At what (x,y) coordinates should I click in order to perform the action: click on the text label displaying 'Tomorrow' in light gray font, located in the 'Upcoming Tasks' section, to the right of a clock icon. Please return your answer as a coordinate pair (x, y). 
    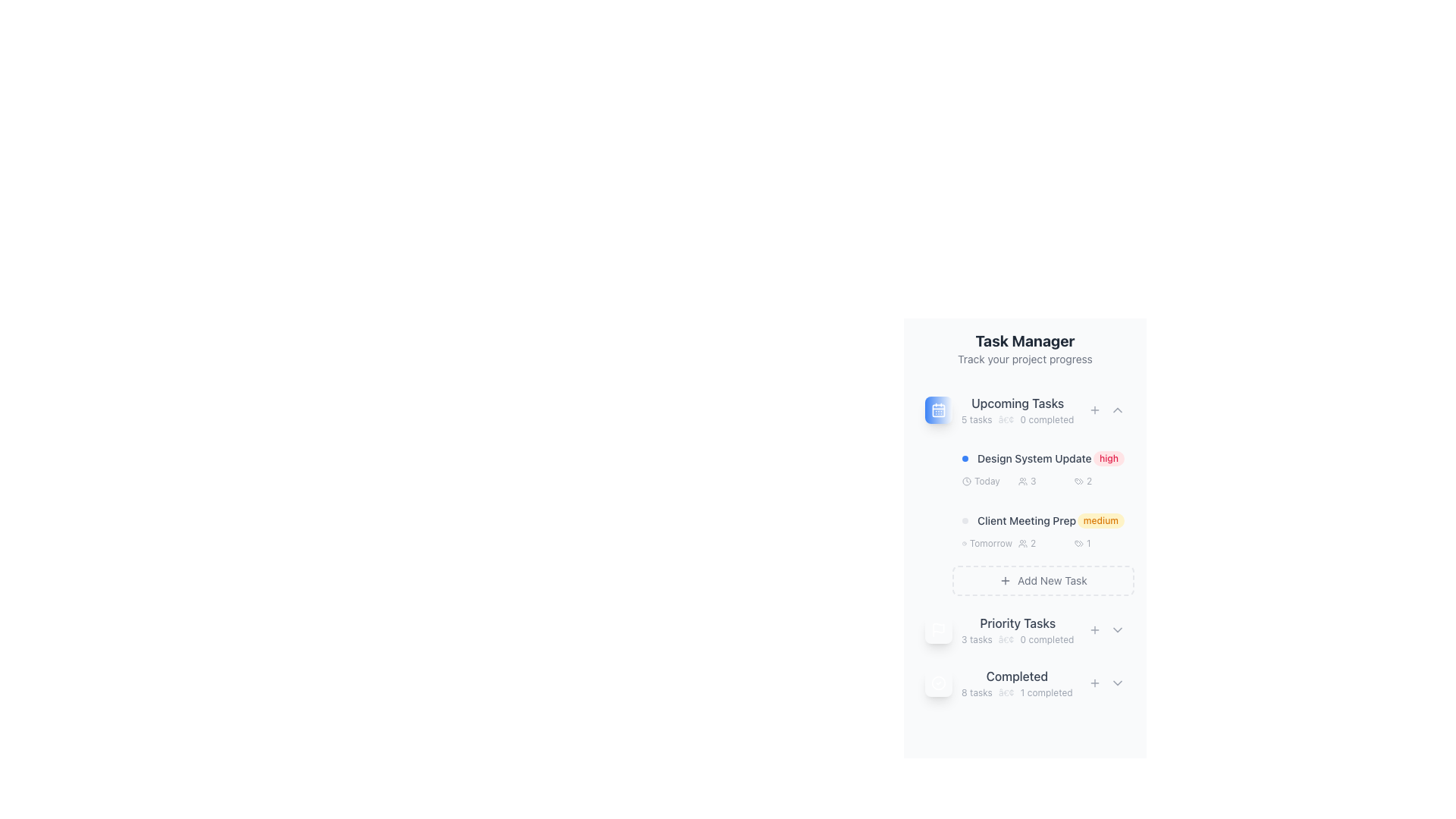
    Looking at the image, I should click on (990, 543).